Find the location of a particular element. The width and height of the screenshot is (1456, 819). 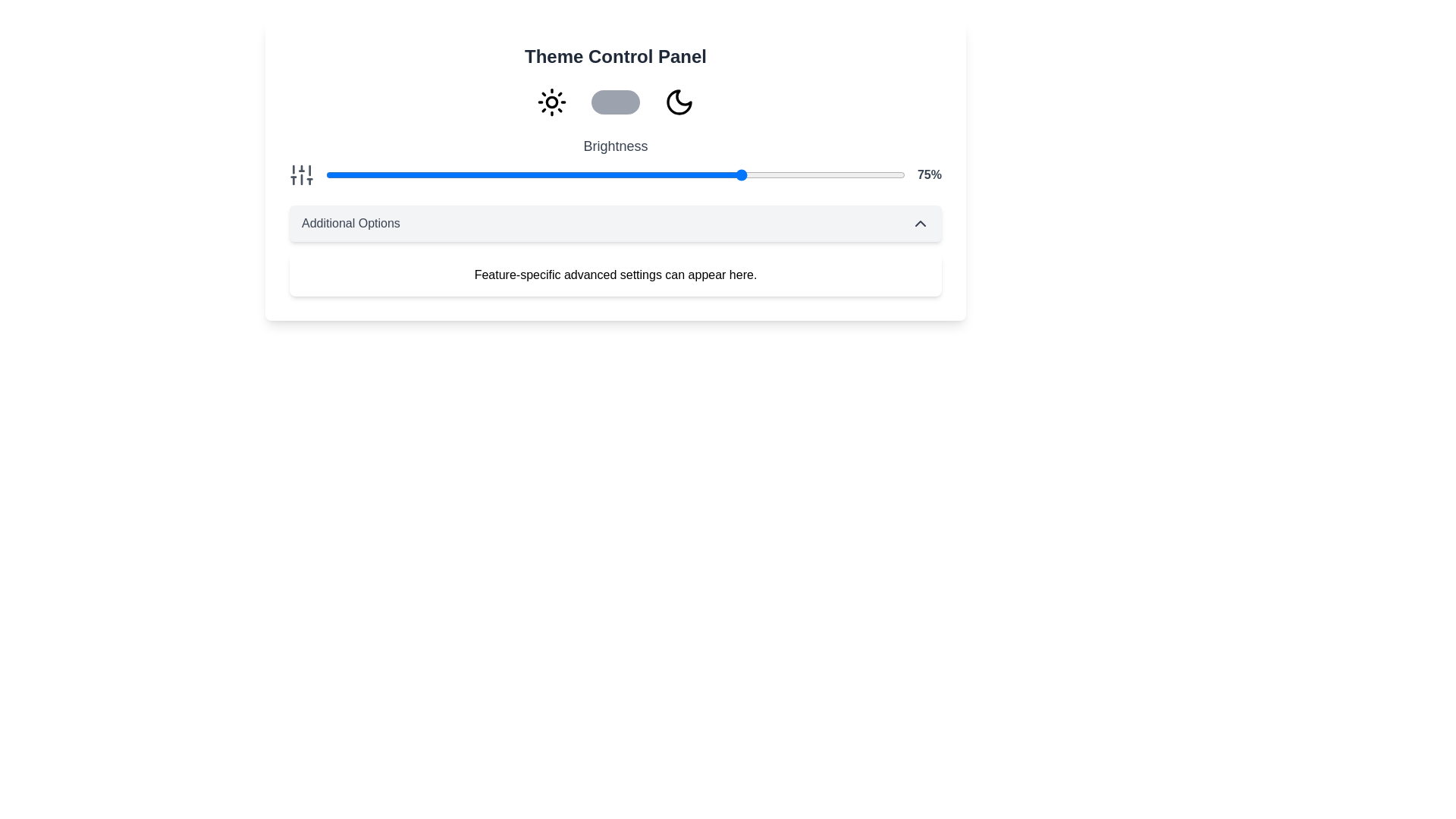

the brightness level is located at coordinates (325, 174).